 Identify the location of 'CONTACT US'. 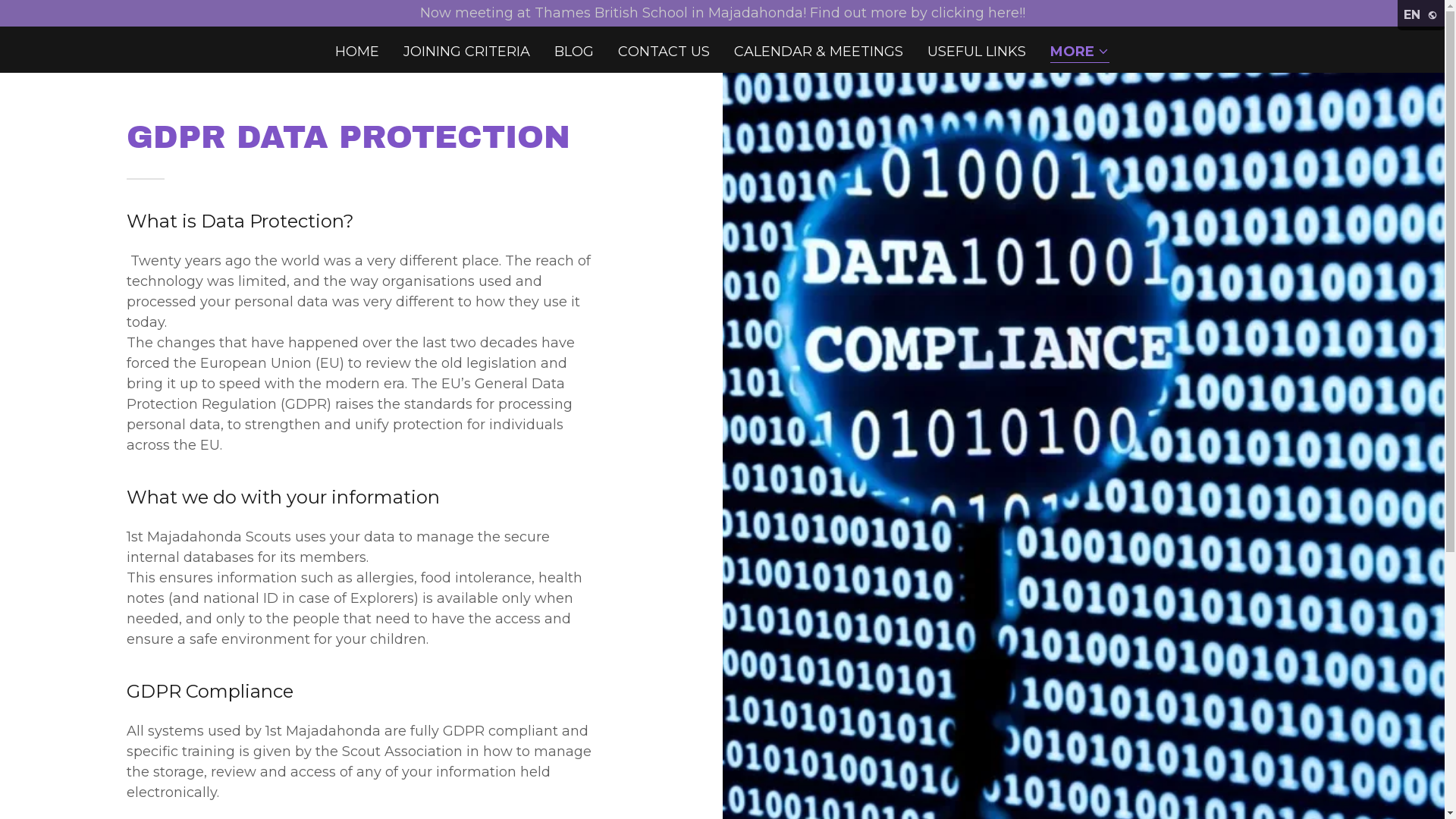
(664, 51).